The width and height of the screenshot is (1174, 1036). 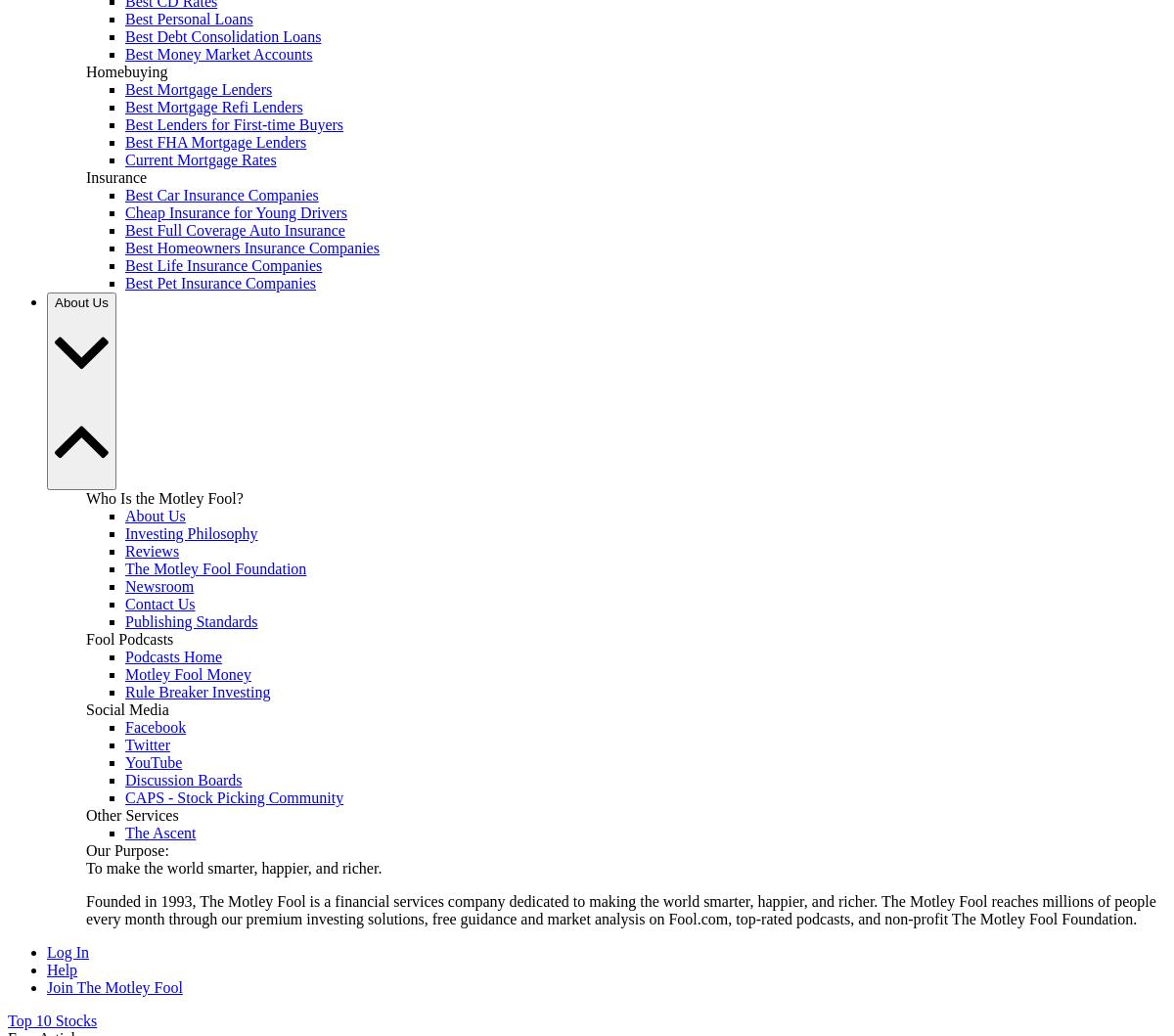 I want to click on 'YouTube', so click(x=152, y=761).